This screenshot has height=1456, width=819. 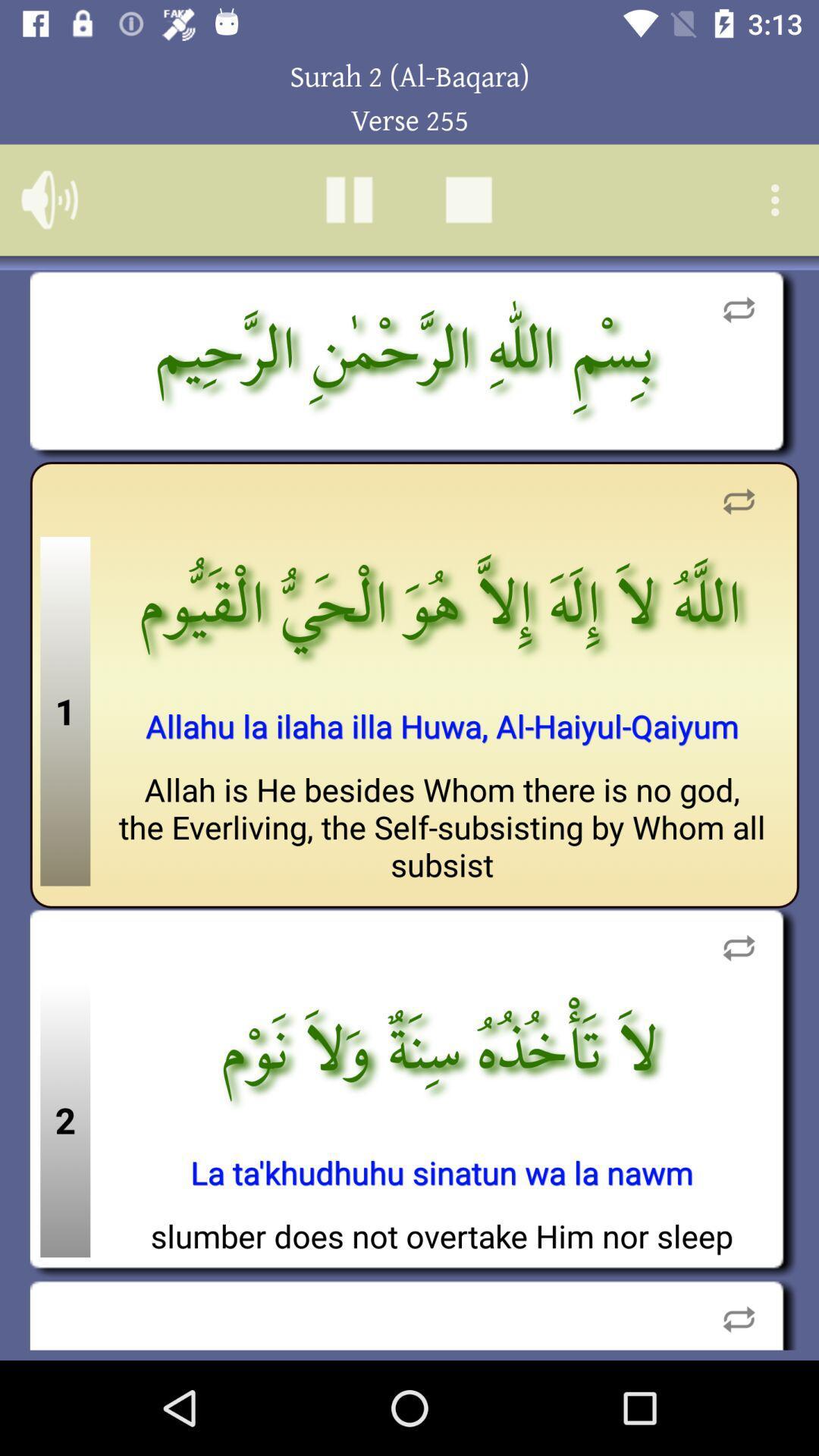 I want to click on refresh, so click(x=738, y=501).